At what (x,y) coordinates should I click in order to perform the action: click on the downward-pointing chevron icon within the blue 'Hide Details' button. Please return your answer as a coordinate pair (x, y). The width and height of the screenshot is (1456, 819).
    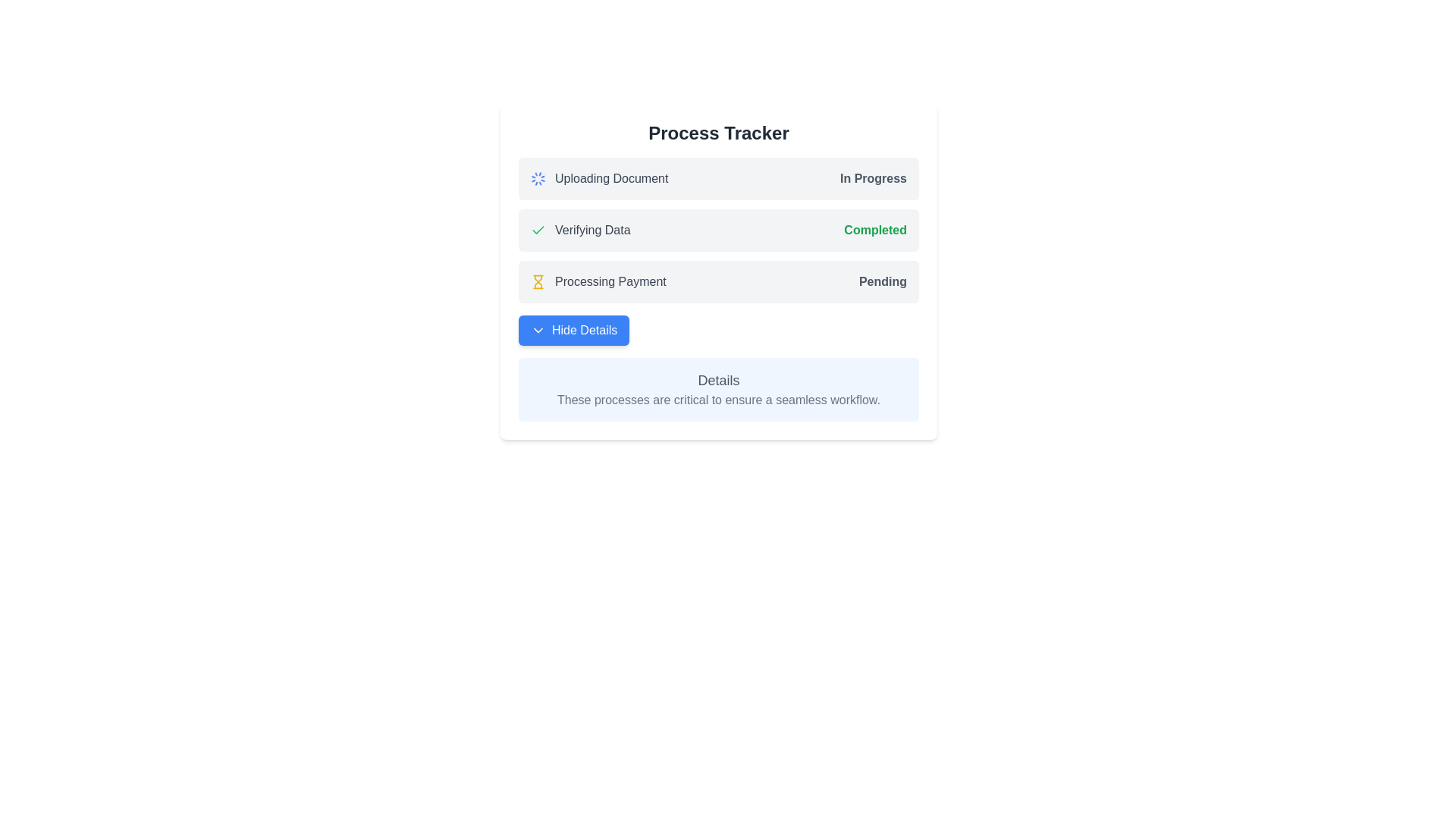
    Looking at the image, I should click on (538, 329).